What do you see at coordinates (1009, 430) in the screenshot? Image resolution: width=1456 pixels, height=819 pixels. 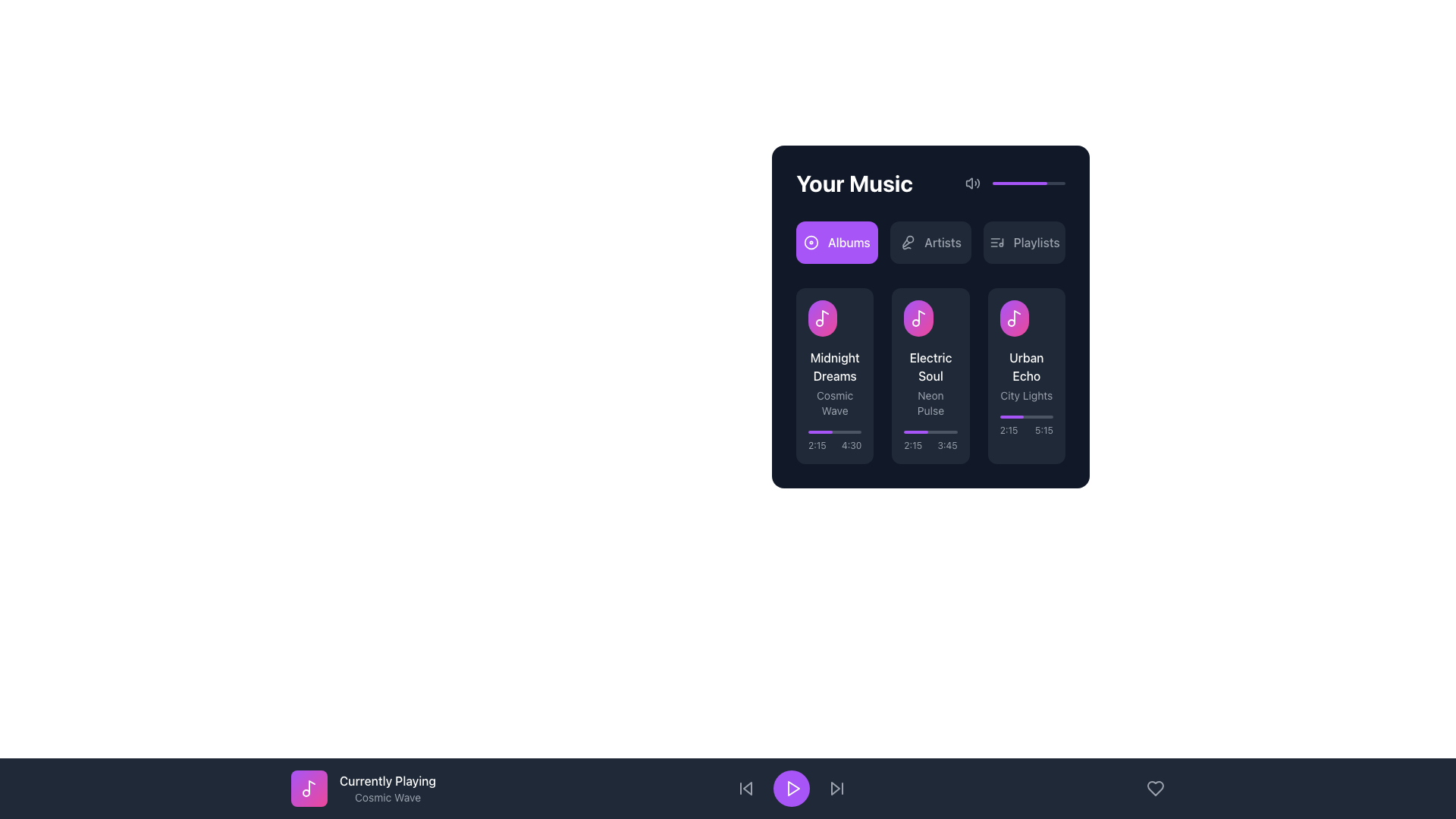 I see `the static text label displaying '2:15', which is located at the bottom left of the 'Urban Echo' music card, slightly below the progress bar` at bounding box center [1009, 430].